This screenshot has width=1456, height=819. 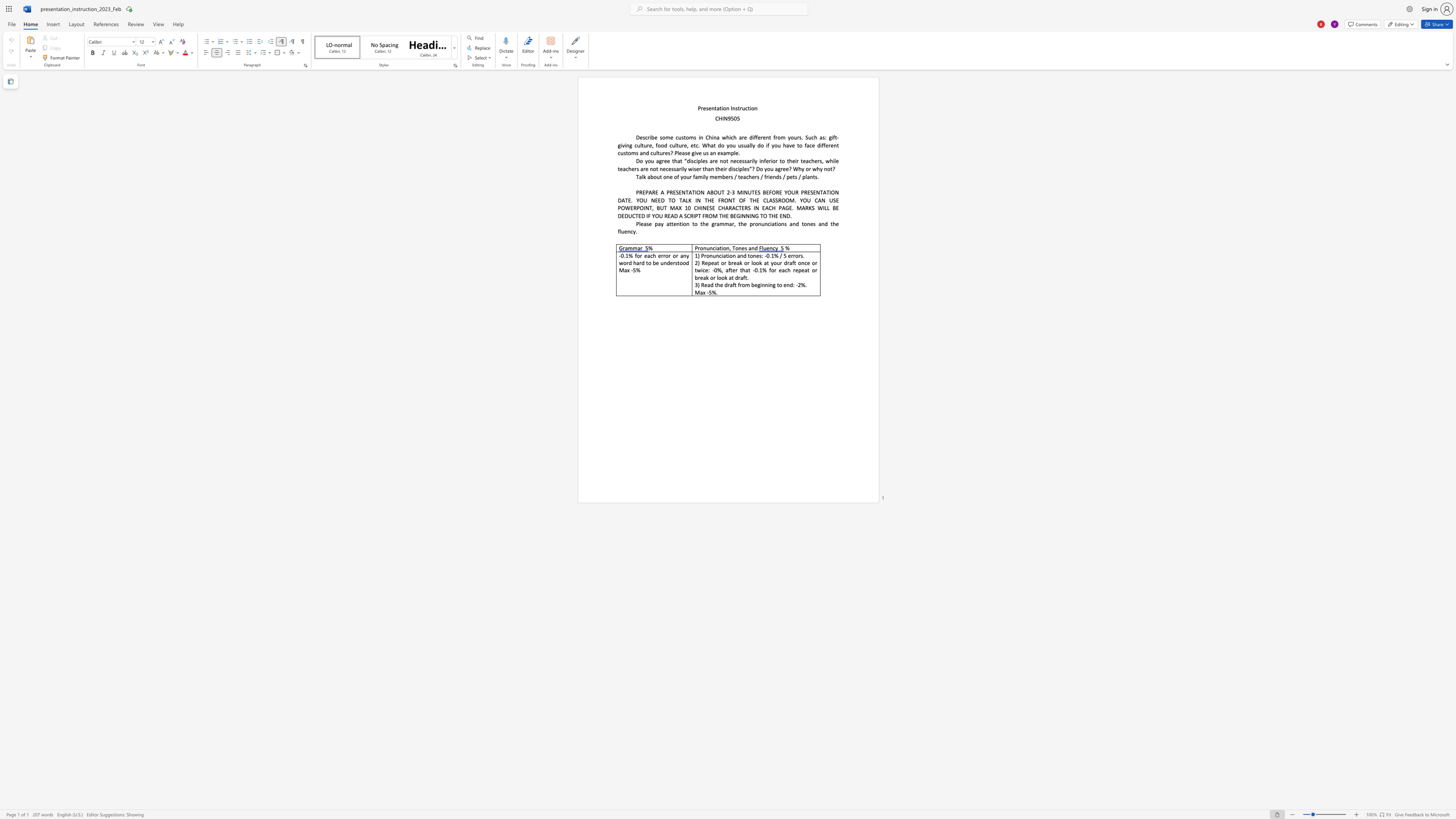 I want to click on the subset text "s an" within the text "Describe some customs in China which are different from yours. Such as: gift-giving culture, food culture, etc. What do you usually do if you have to face different customs and", so click(x=635, y=153).